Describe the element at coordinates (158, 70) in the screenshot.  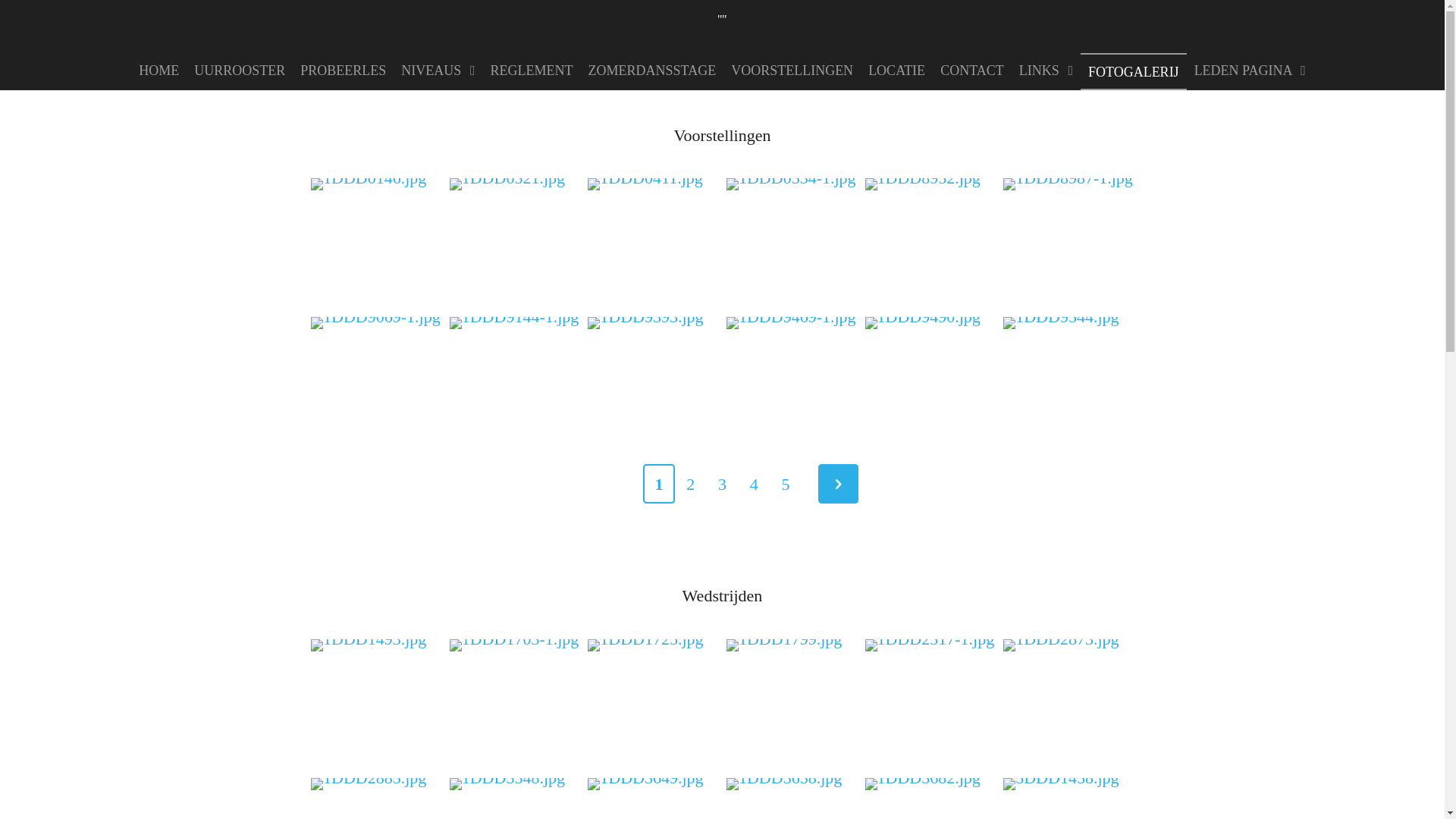
I see `'HOME'` at that location.